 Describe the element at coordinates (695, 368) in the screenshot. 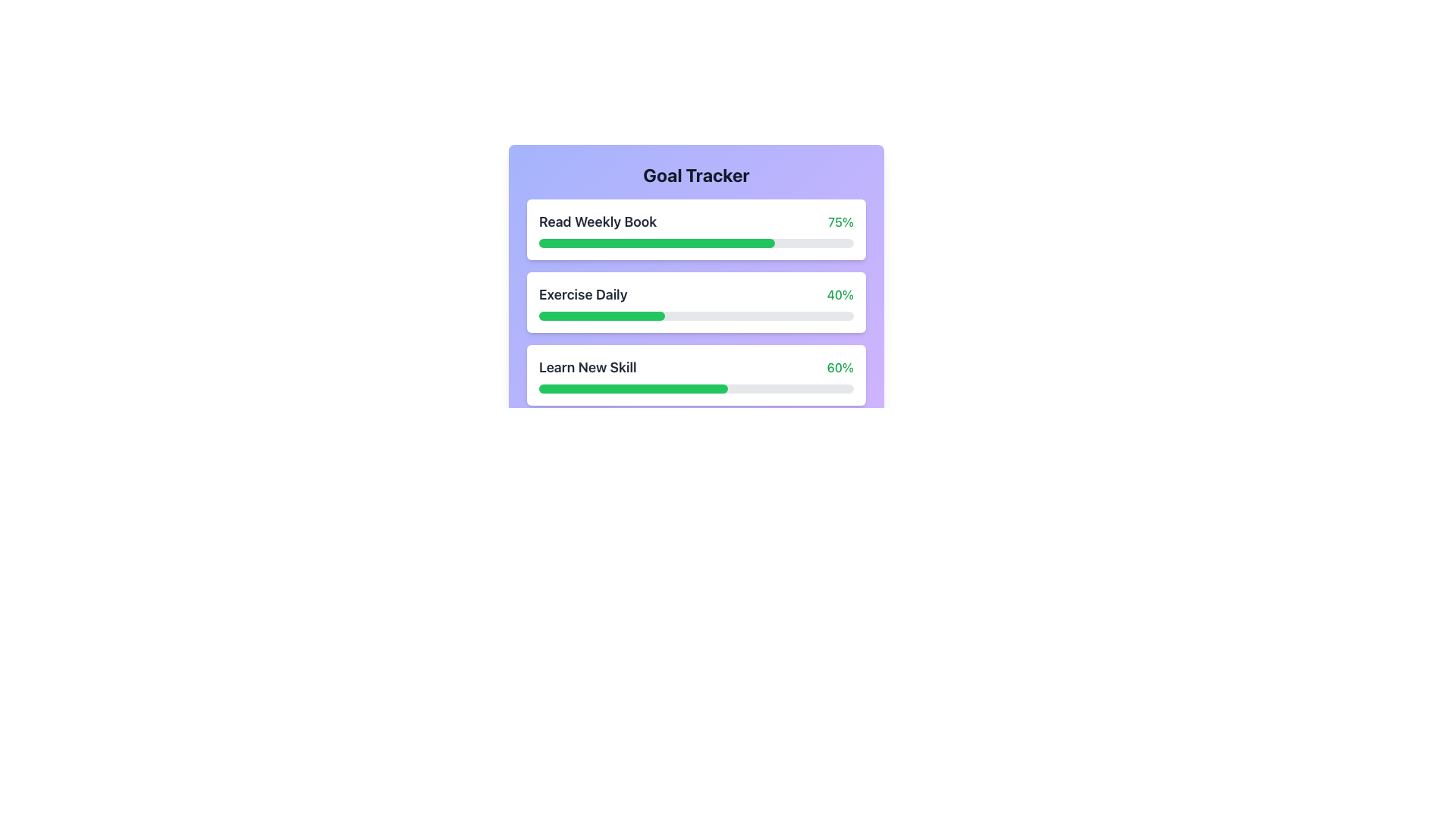

I see `the Information Display Row that indicates the learning of a new skill is 60% complete, located in the third row of the 'Goal Tracker' list` at that location.